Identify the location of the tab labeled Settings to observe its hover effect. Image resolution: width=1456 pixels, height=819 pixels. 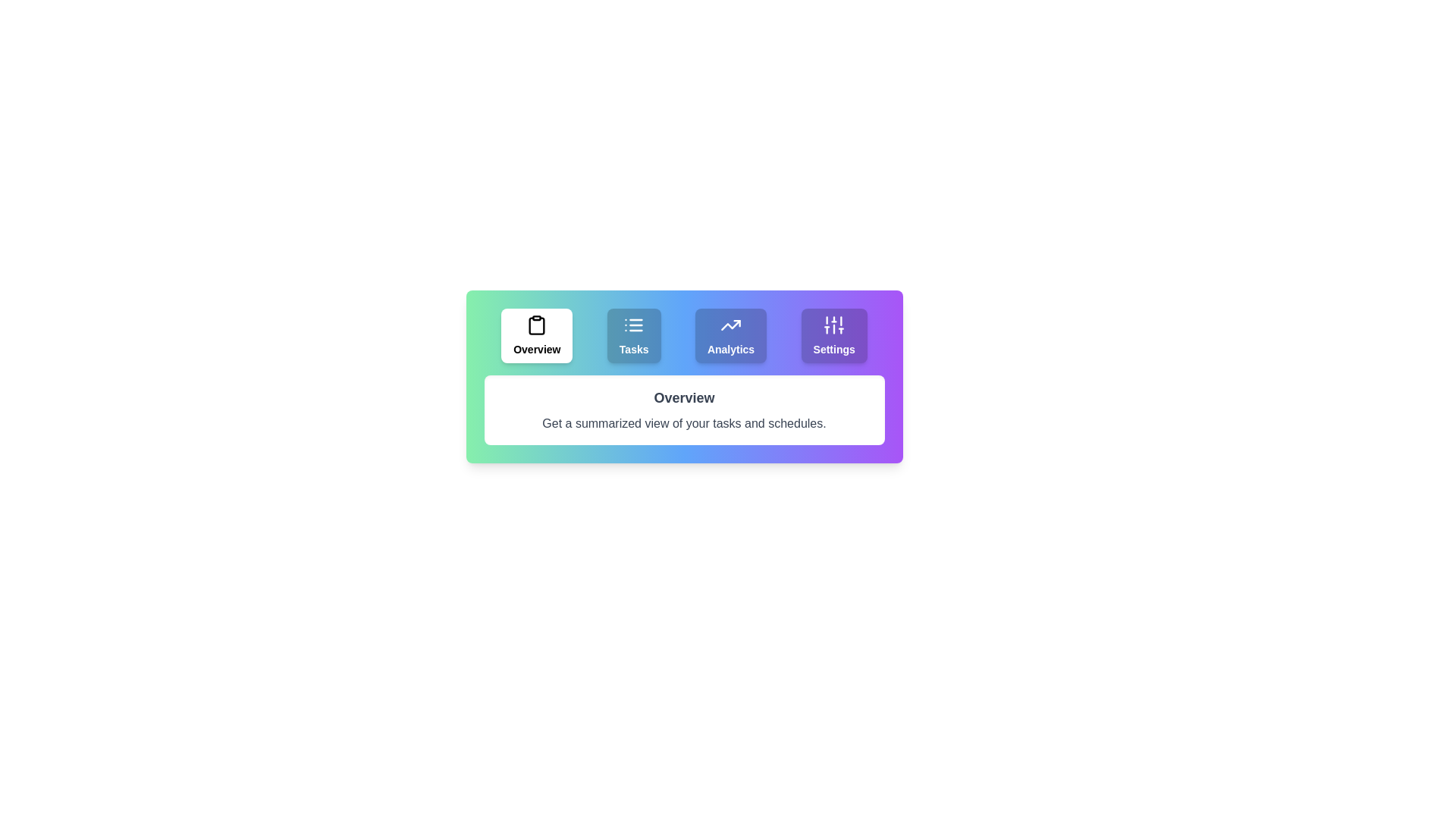
(833, 335).